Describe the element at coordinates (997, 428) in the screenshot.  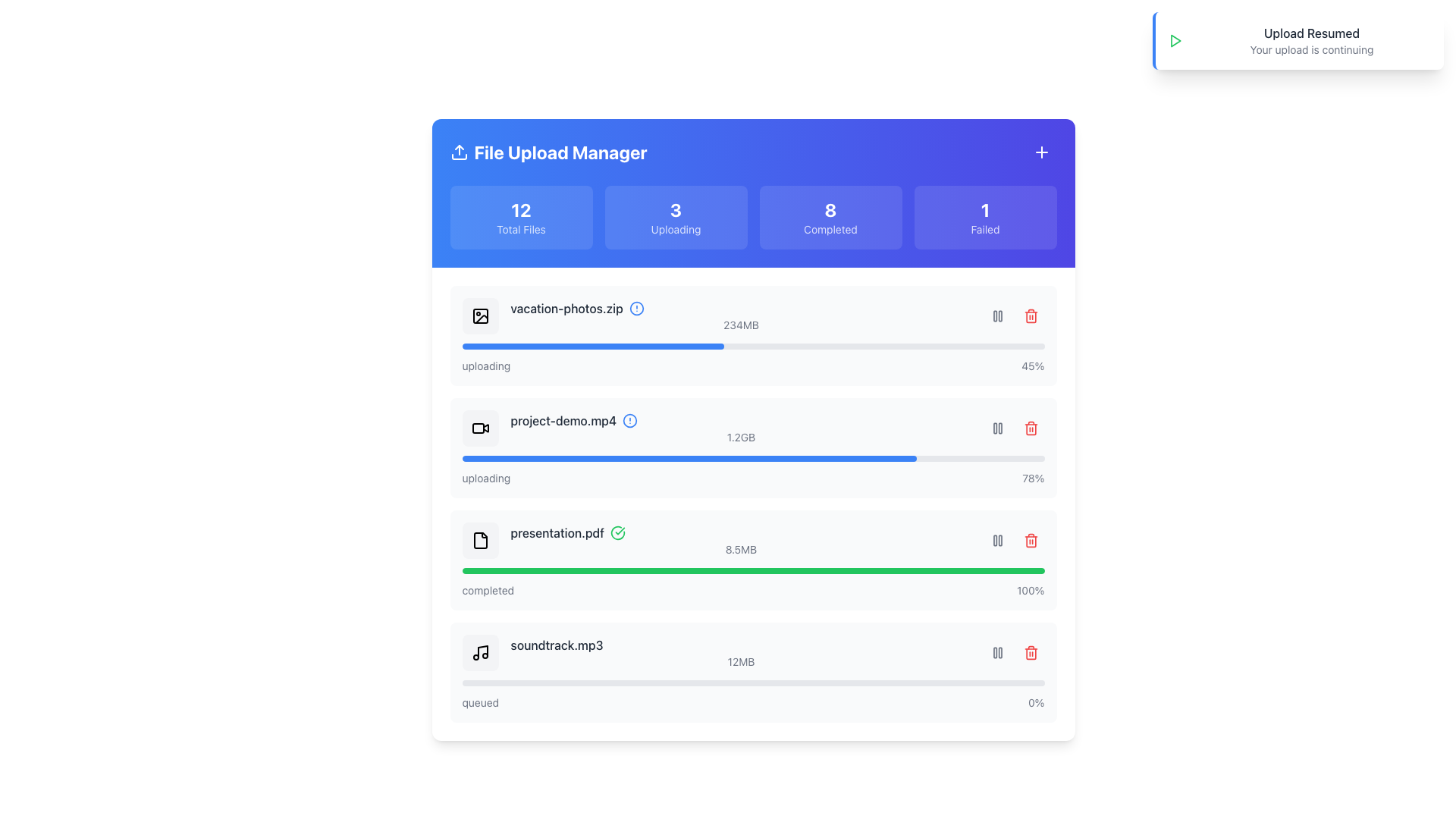
I see `the pause icon located on the right side of the row beside the delete icon to temporarily stop the upload process of the file titled 'project-demo.mp4'` at that location.